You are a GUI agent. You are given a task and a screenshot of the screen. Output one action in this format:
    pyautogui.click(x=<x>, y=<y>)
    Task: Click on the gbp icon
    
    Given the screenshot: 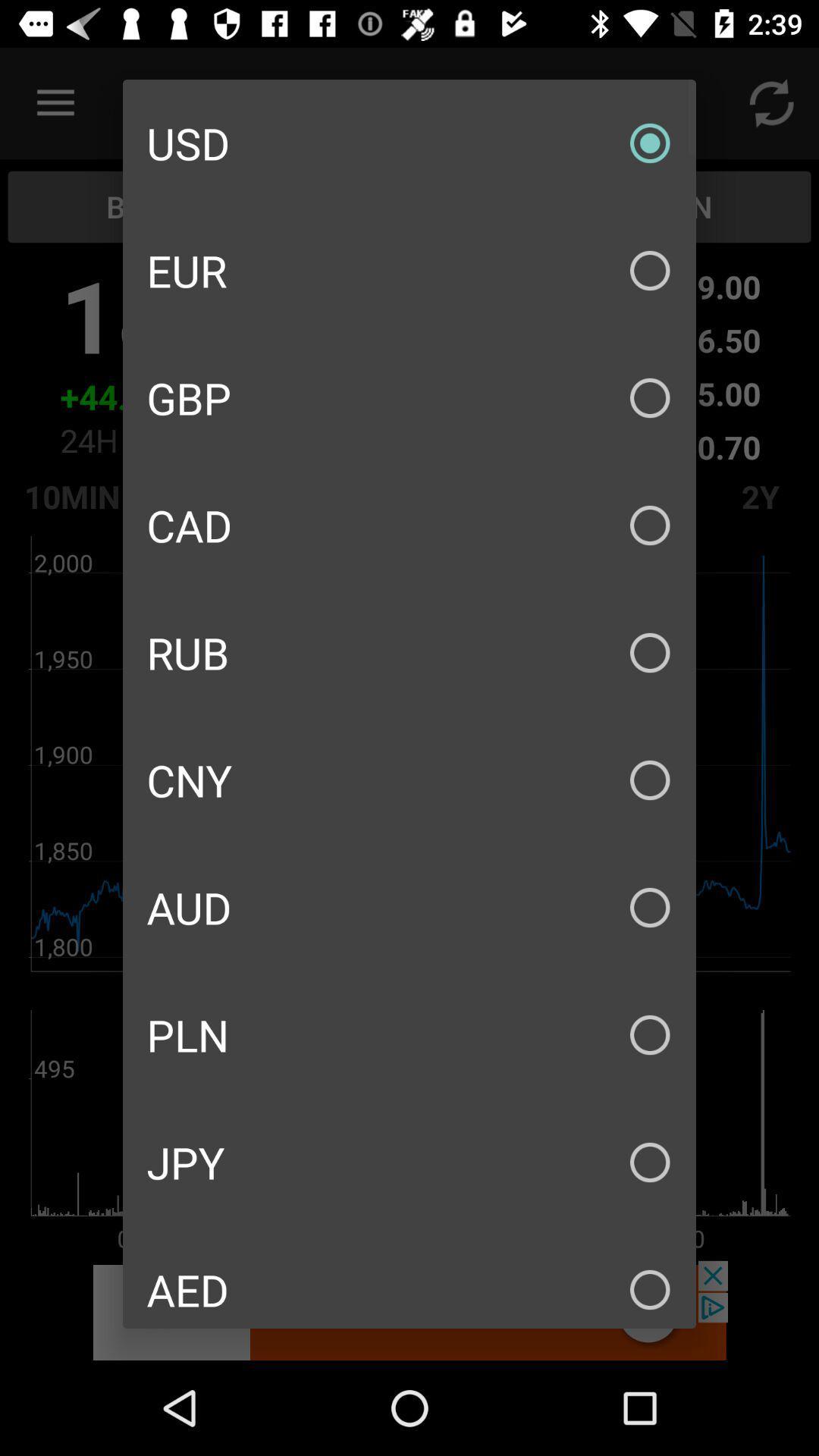 What is the action you would take?
    pyautogui.click(x=409, y=397)
    